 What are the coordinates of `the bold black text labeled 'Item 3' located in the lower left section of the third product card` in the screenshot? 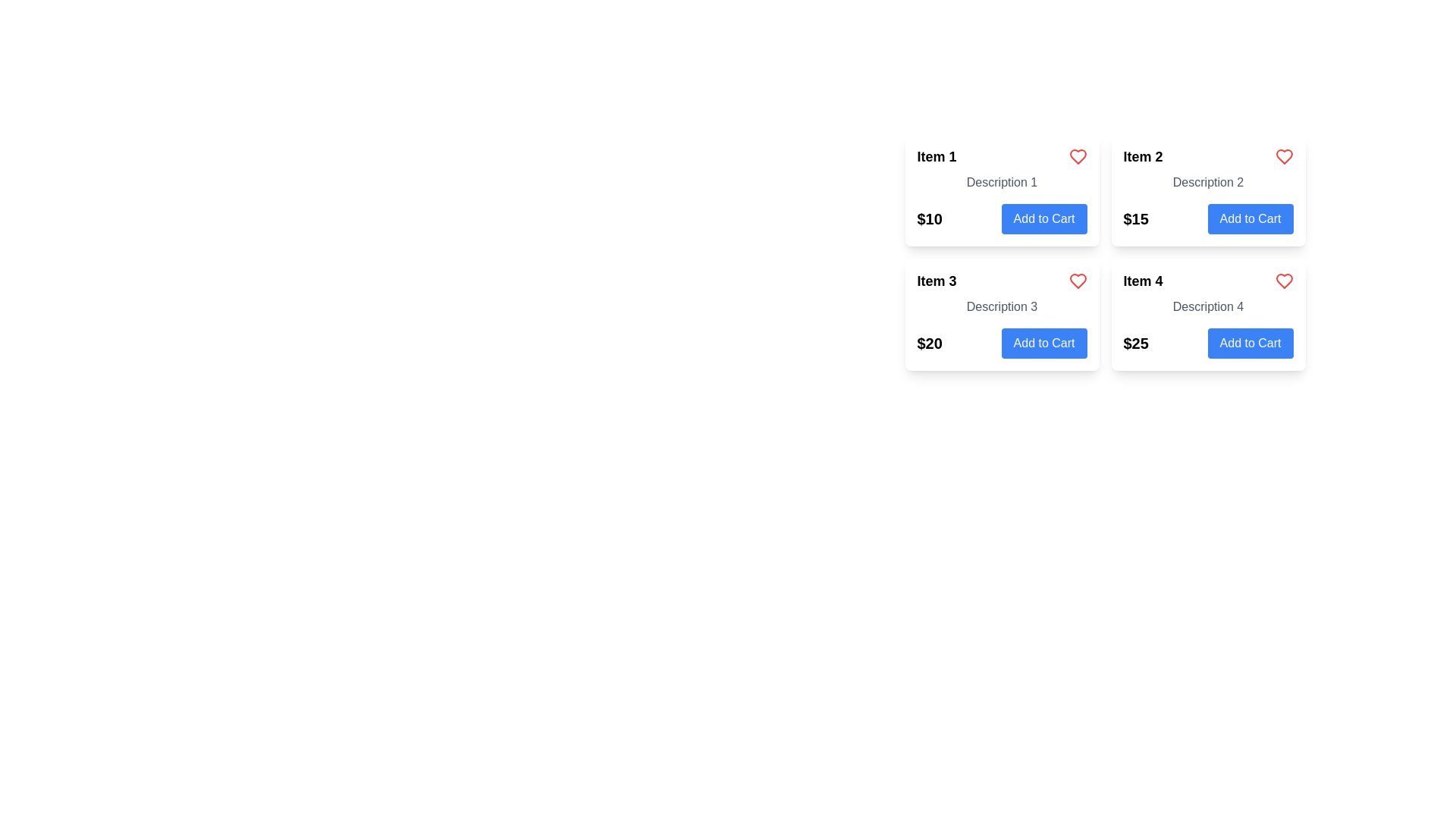 It's located at (936, 281).